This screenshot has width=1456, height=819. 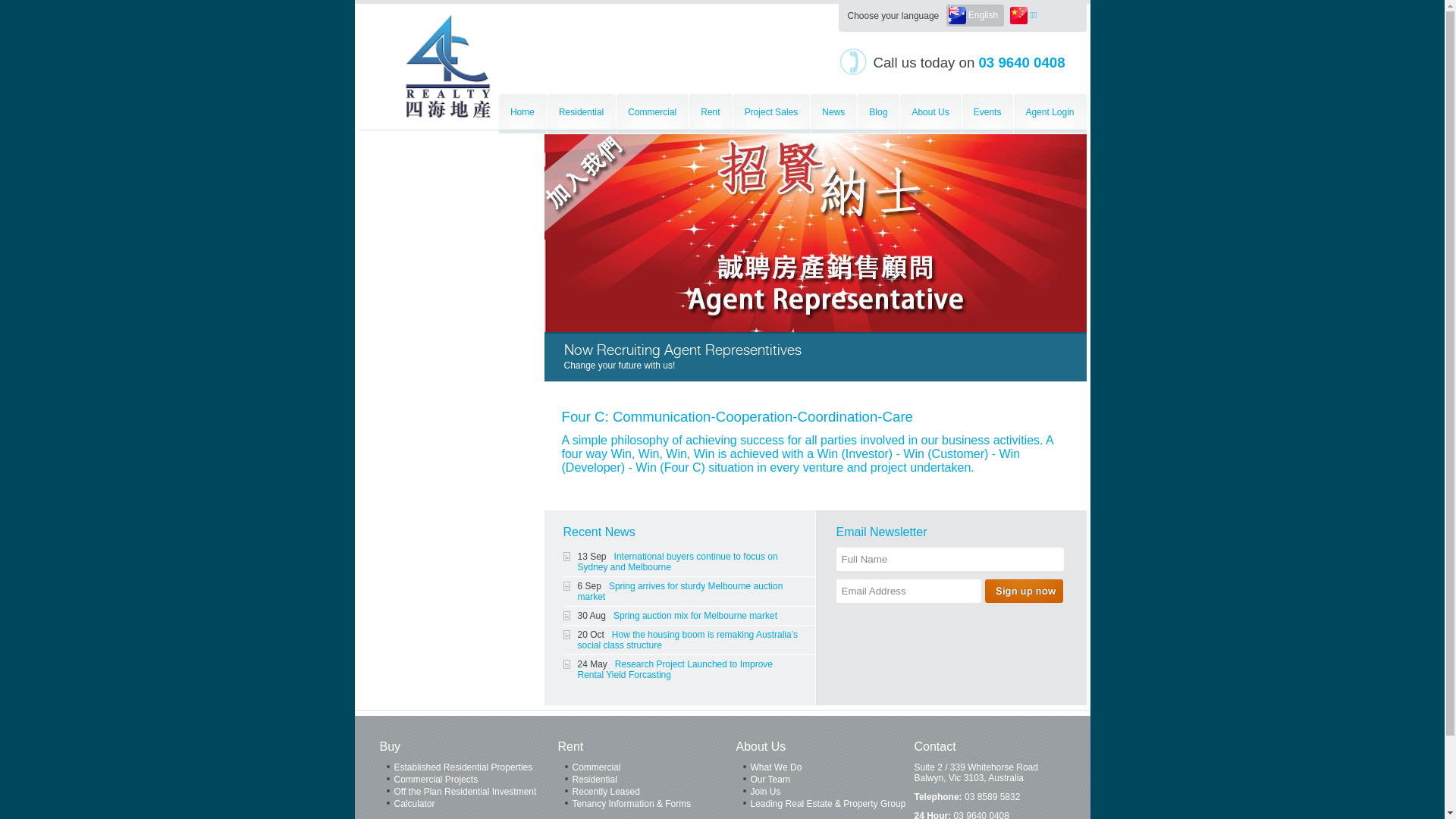 I want to click on 'Calculator', so click(x=467, y=803).